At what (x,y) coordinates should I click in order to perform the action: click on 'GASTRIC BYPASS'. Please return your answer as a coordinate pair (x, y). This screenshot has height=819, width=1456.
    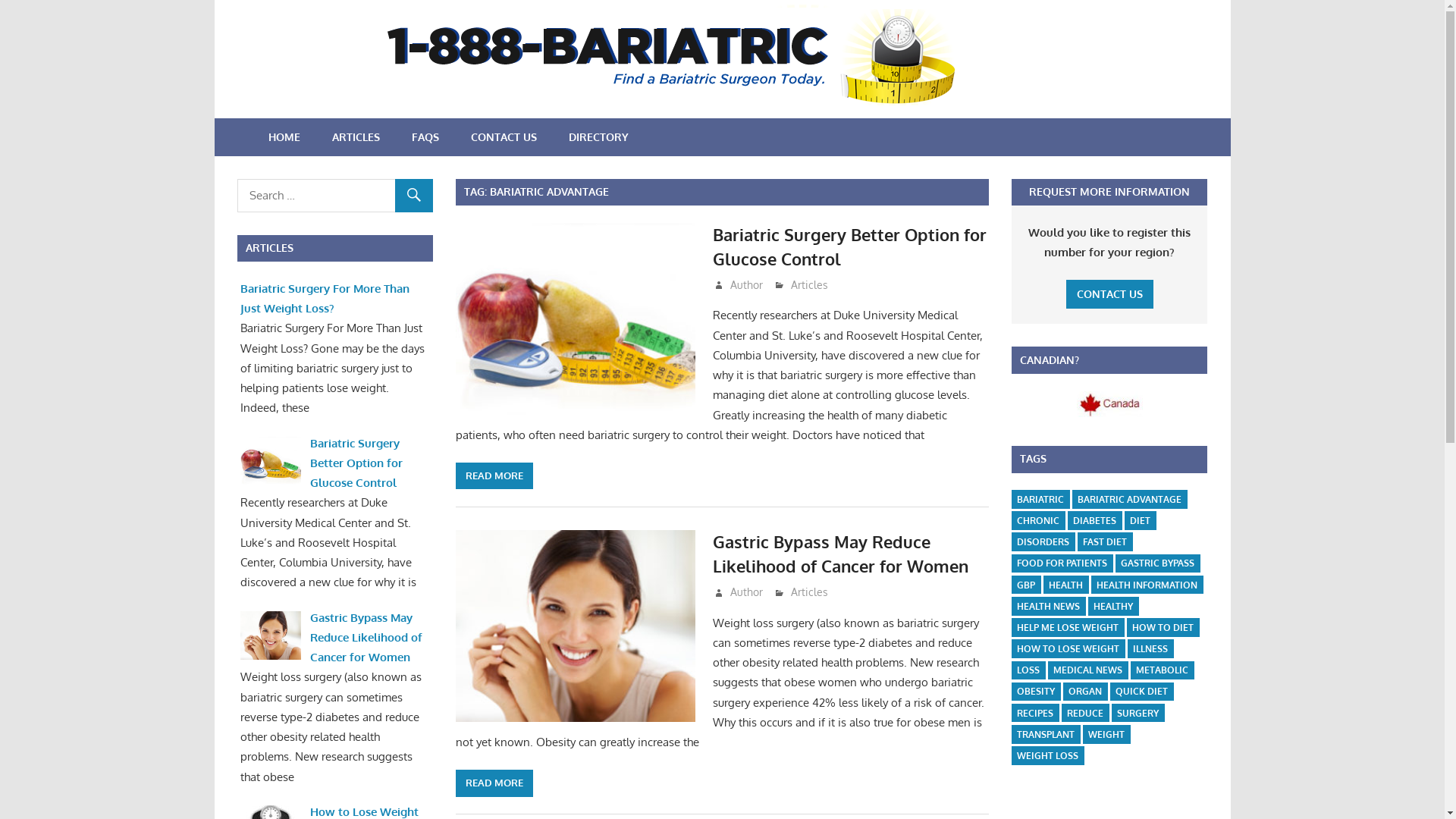
    Looking at the image, I should click on (1156, 563).